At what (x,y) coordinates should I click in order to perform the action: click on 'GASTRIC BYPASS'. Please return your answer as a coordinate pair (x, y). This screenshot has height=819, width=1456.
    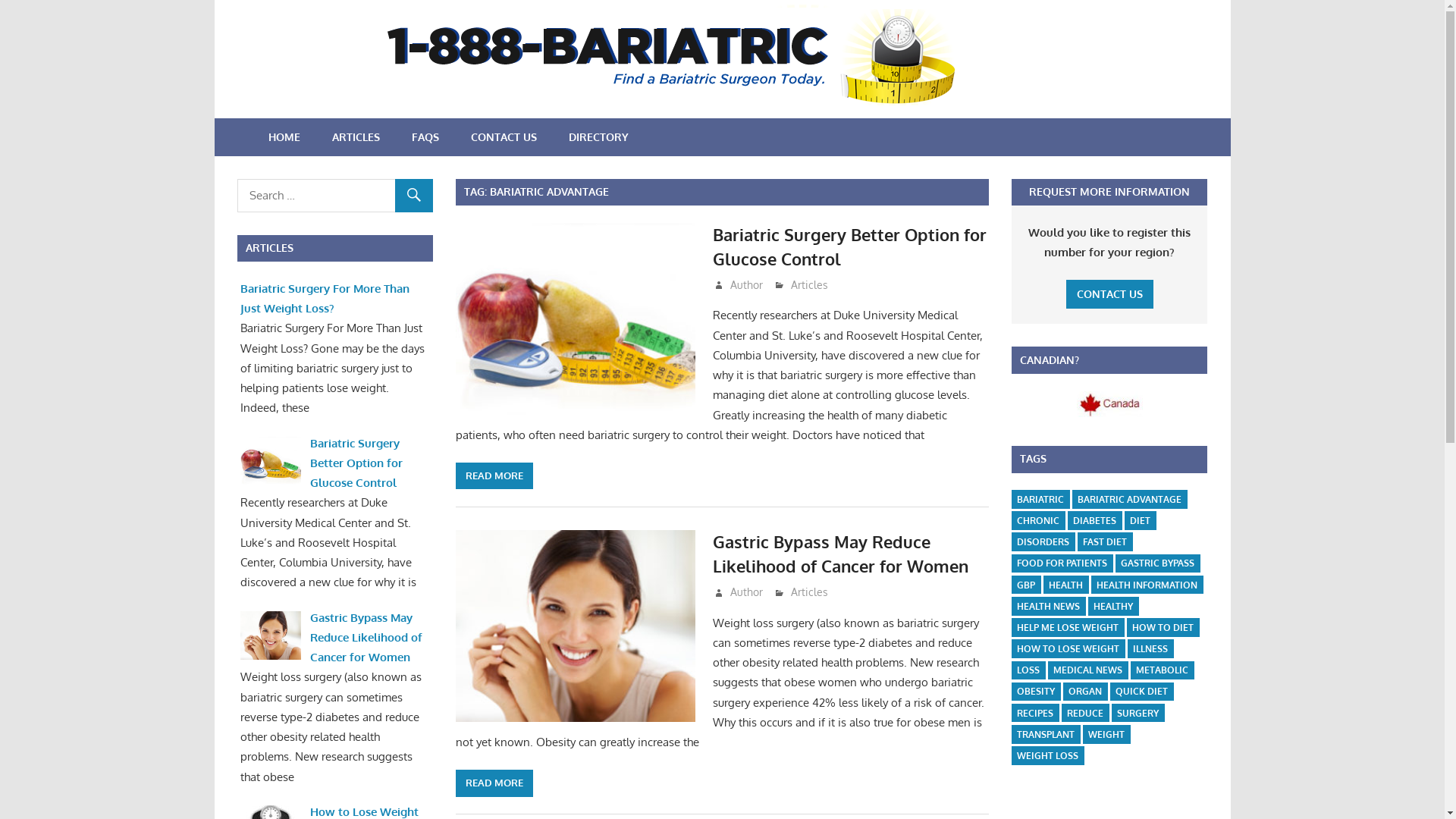
    Looking at the image, I should click on (1156, 563).